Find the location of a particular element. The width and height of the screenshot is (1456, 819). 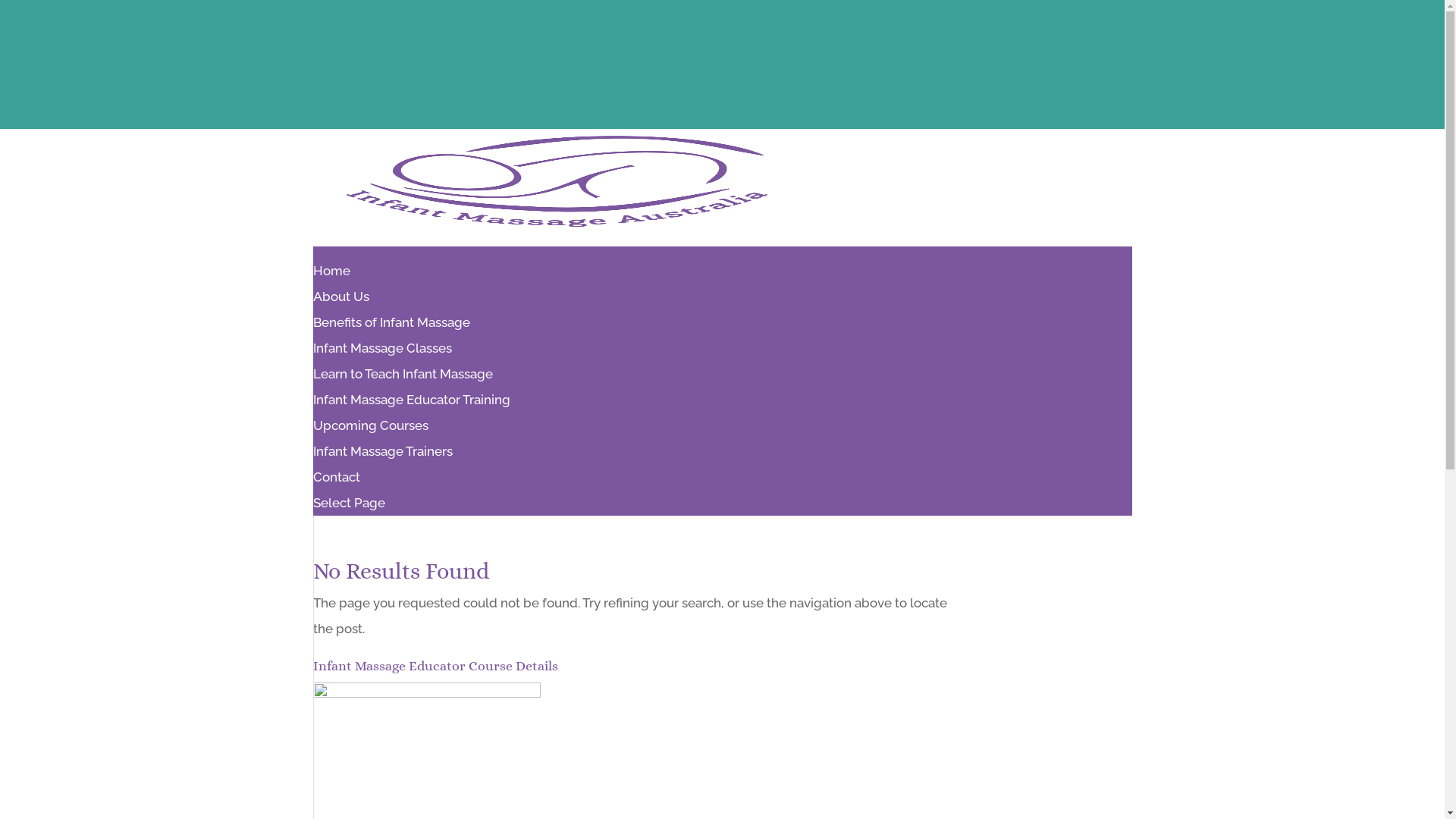

'Infant Massage Trainers' is located at coordinates (382, 450).